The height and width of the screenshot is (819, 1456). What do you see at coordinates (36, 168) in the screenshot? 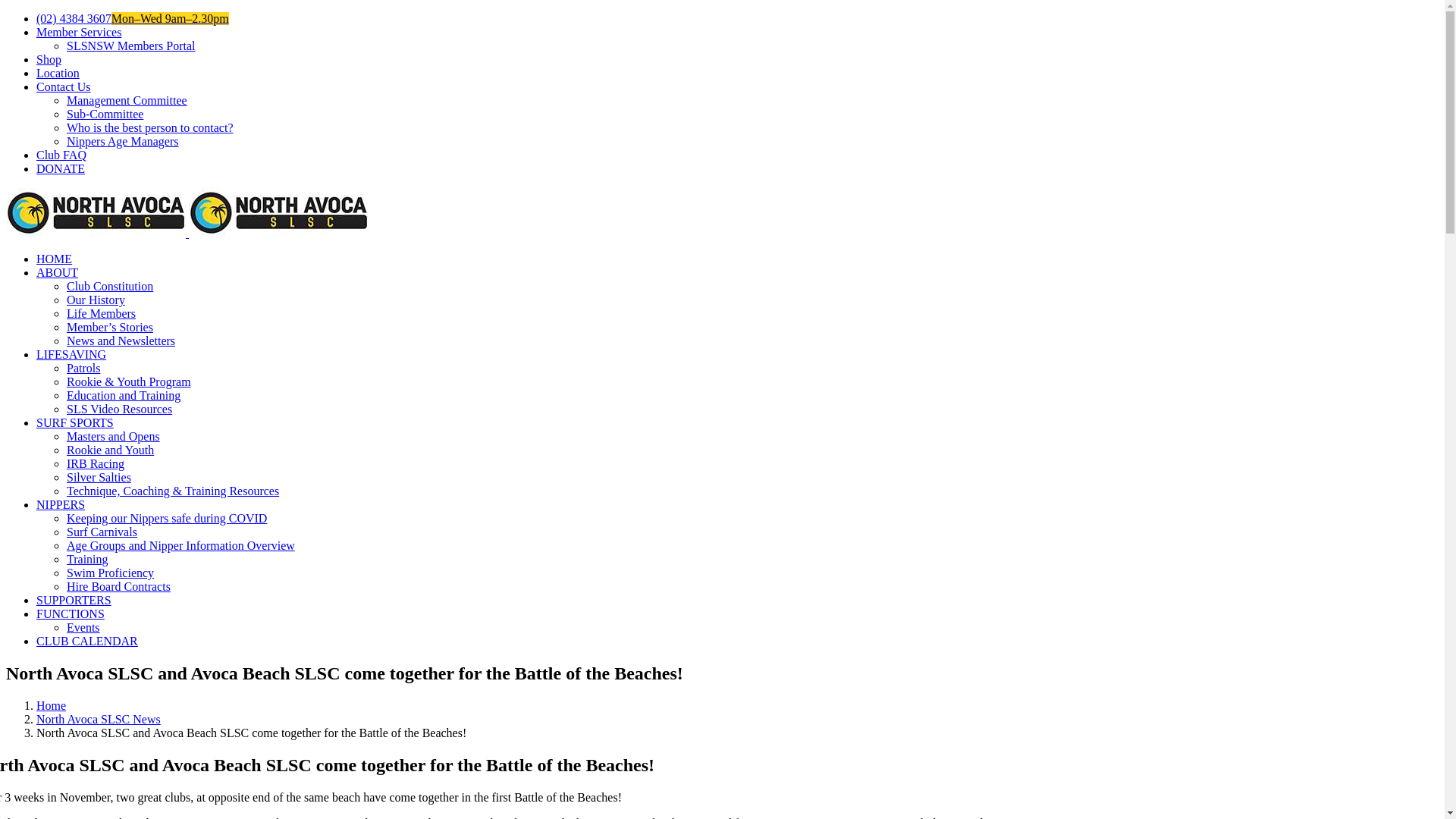
I see `'DONATE'` at bounding box center [36, 168].